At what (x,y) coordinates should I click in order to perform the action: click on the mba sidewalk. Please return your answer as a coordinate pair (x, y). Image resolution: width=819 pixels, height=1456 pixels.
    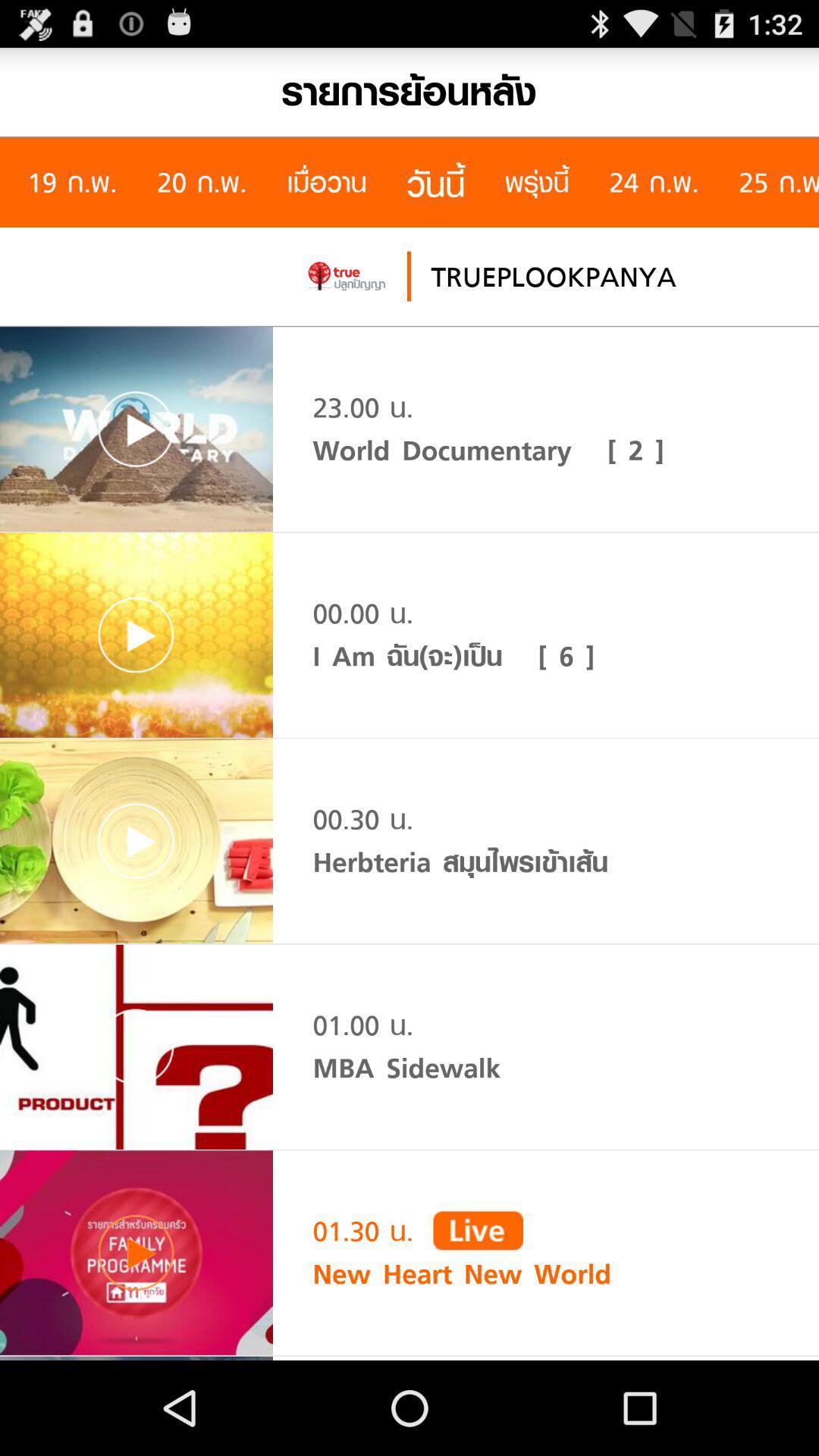
    Looking at the image, I should click on (406, 1067).